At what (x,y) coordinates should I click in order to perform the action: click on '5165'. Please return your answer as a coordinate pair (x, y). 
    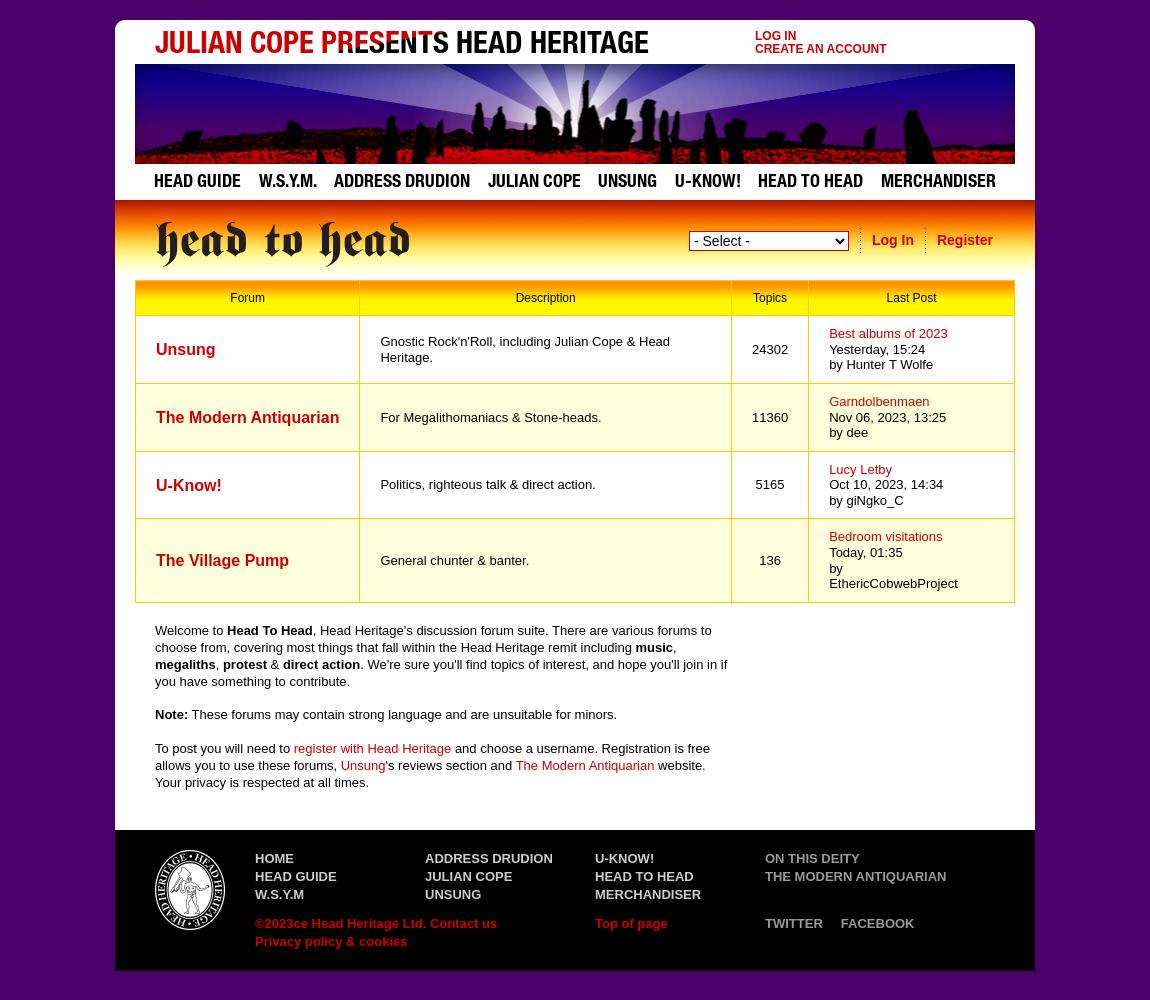
    Looking at the image, I should click on (768, 483).